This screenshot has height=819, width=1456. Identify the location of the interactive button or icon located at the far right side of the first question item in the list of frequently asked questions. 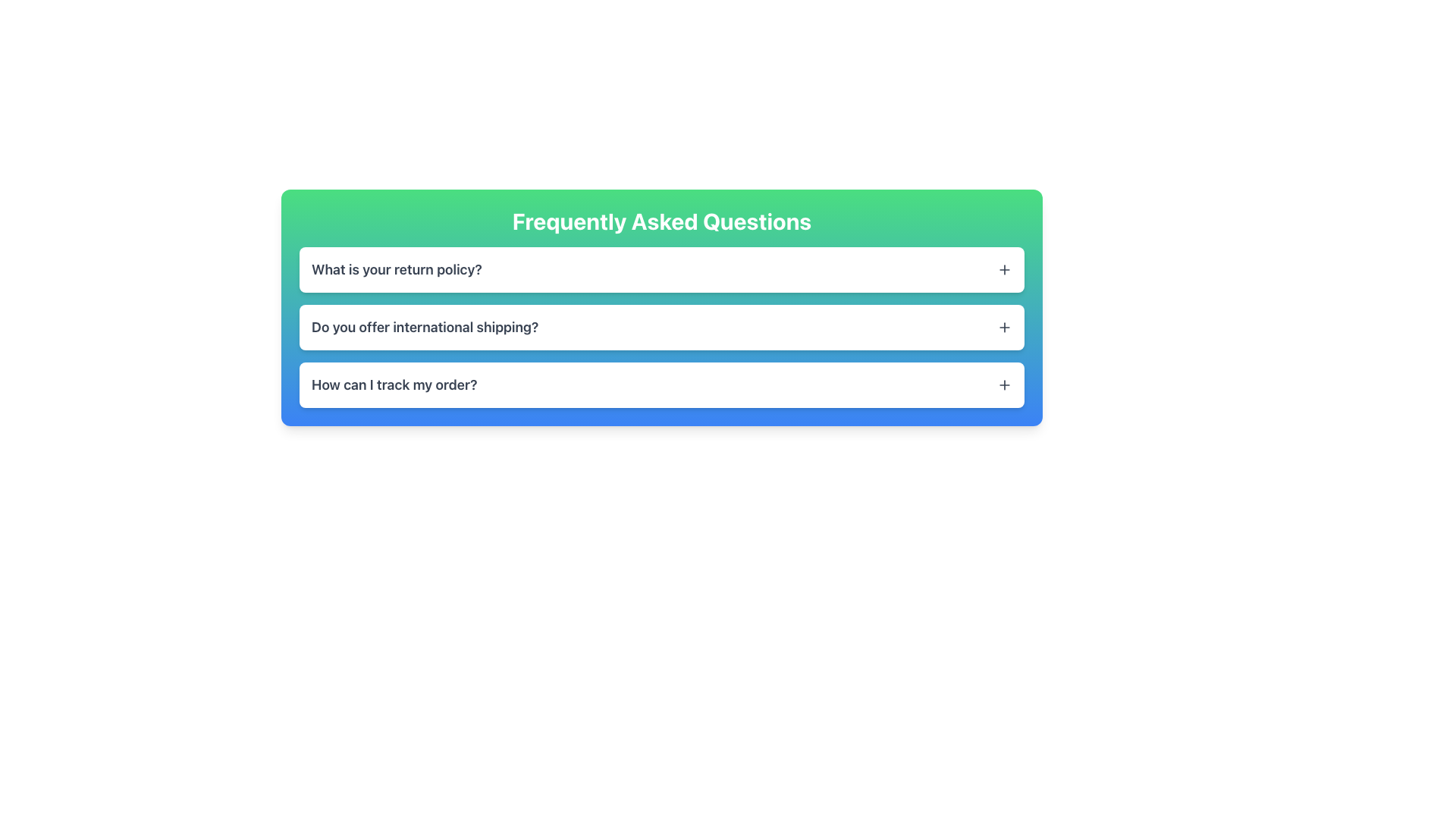
(1004, 268).